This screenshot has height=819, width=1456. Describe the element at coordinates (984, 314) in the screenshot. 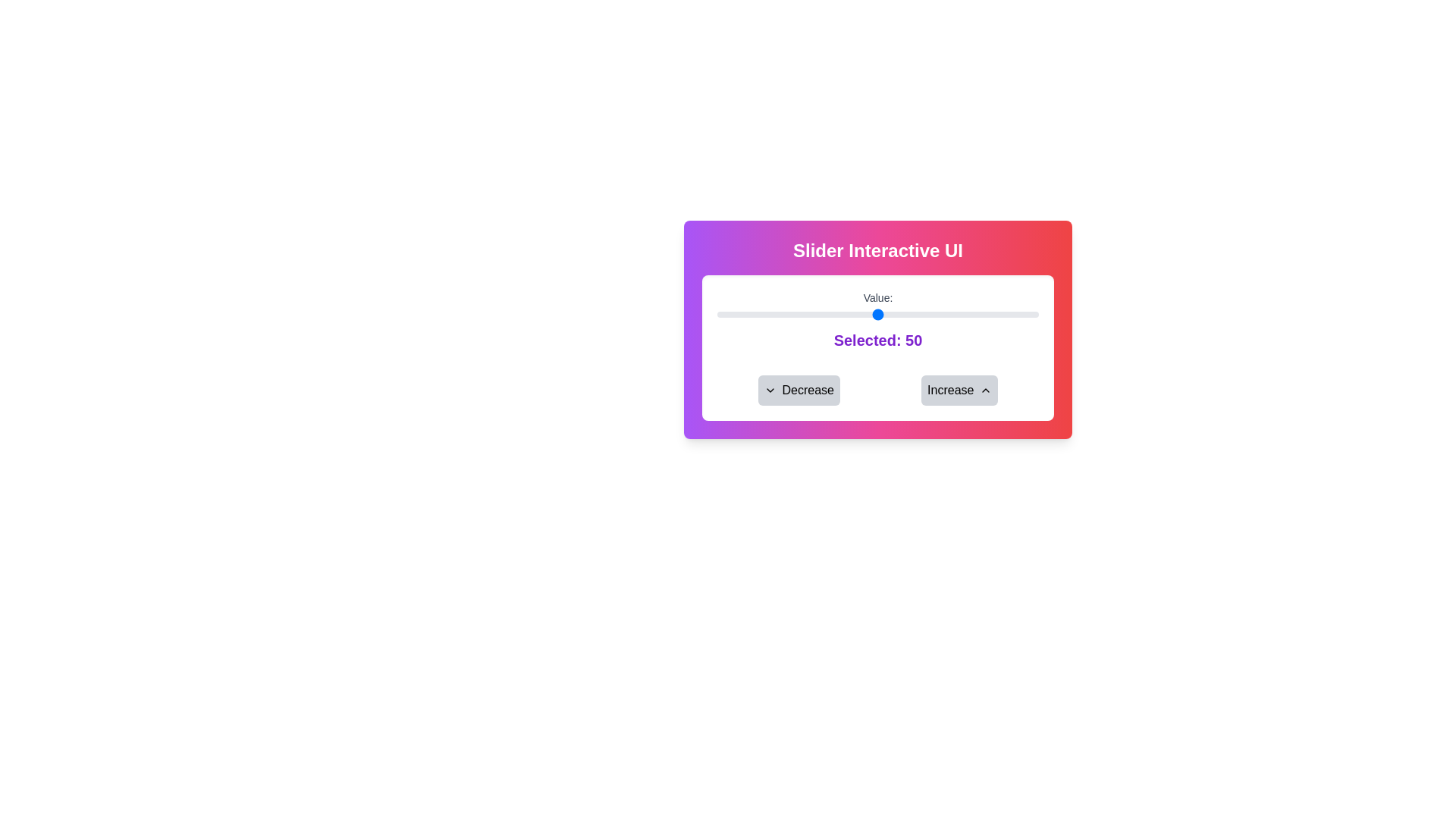

I see `the slider value` at that location.